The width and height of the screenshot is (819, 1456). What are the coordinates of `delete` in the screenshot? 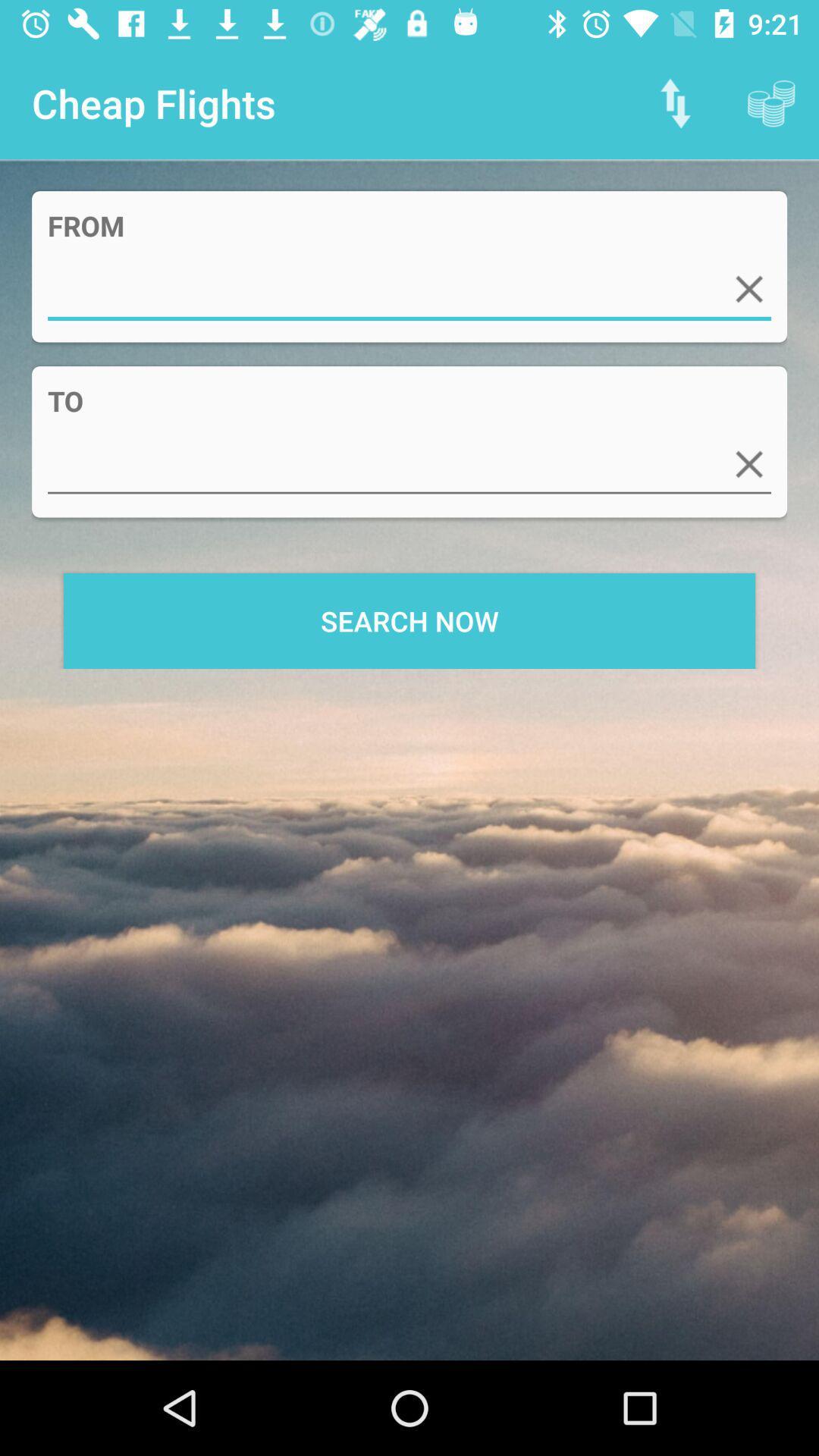 It's located at (748, 289).